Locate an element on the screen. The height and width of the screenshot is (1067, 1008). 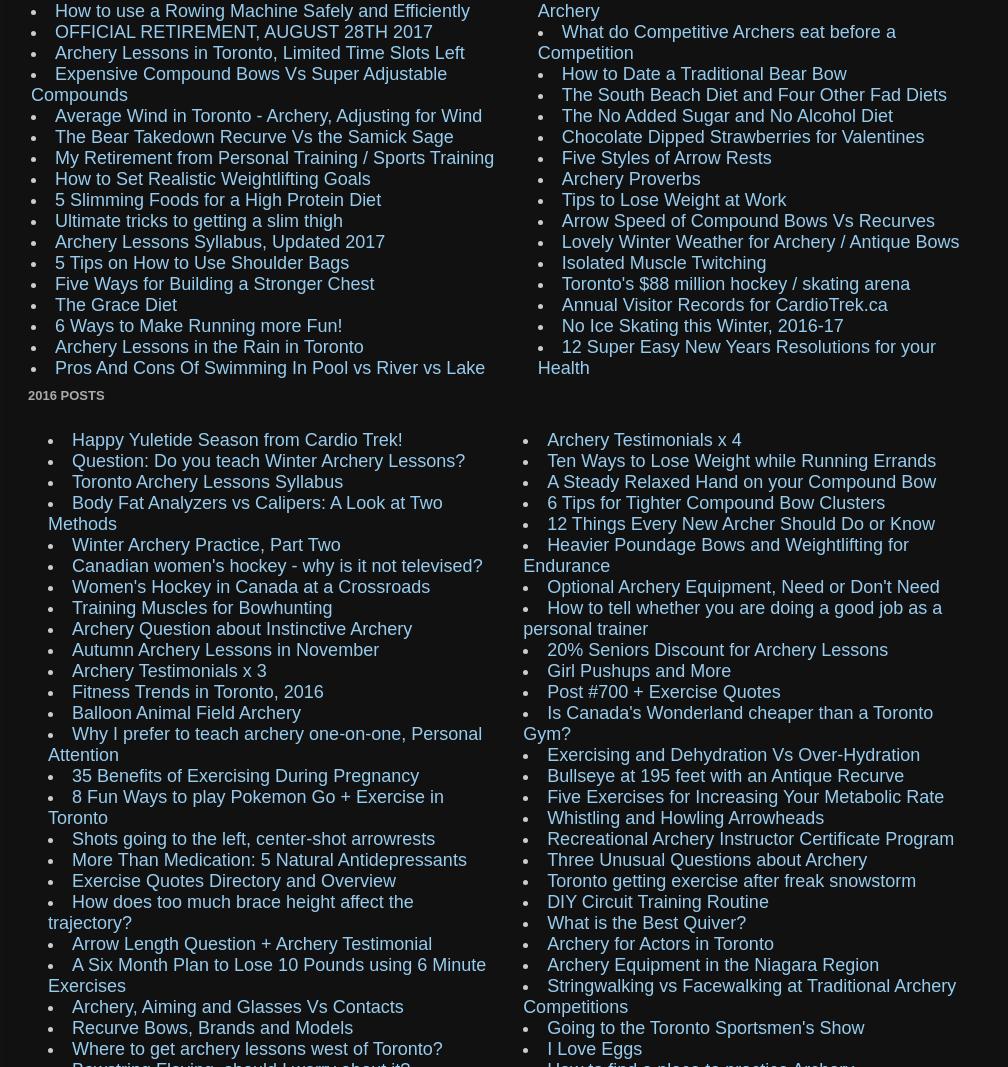
'What is the Best Quiver?' is located at coordinates (646, 921).